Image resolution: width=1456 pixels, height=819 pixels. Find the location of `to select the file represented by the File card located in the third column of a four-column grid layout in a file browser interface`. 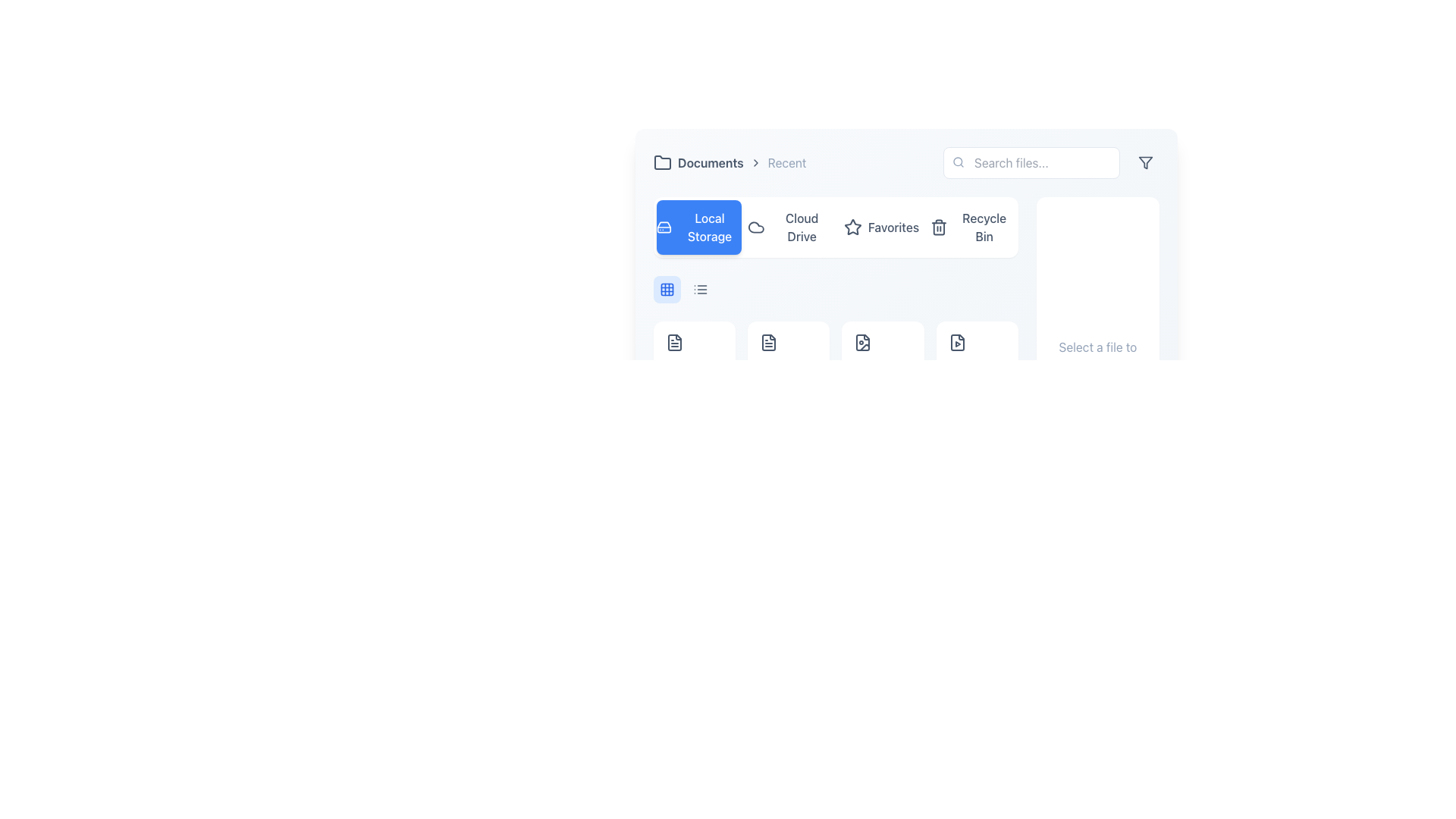

to select the file represented by the File card located in the third column of a four-column grid layout in a file browser interface is located at coordinates (883, 366).